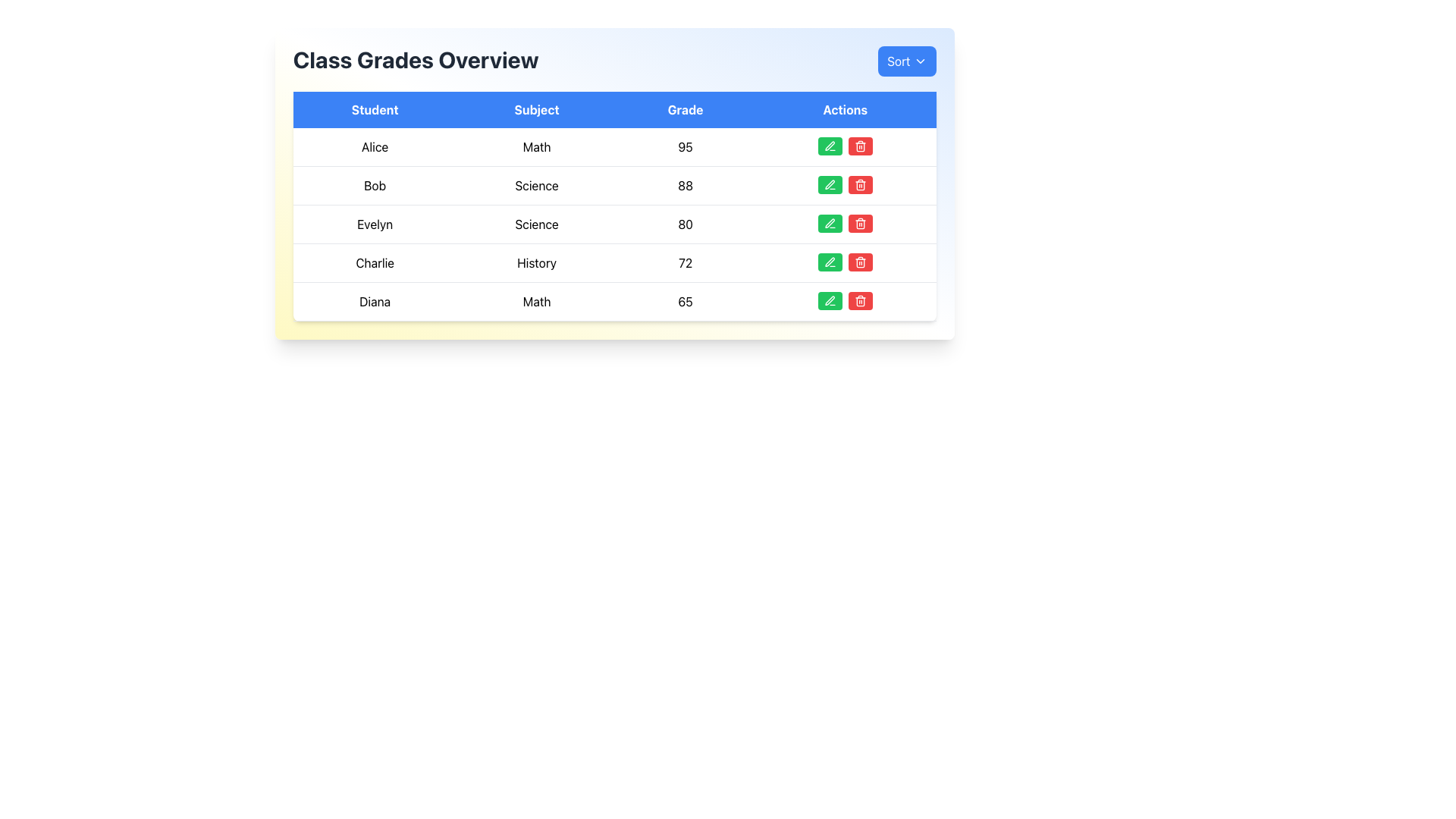  What do you see at coordinates (829, 300) in the screenshot?
I see `the pen icon button in the bottommost row under the 'Actions' column of the table to initiate an edit action` at bounding box center [829, 300].